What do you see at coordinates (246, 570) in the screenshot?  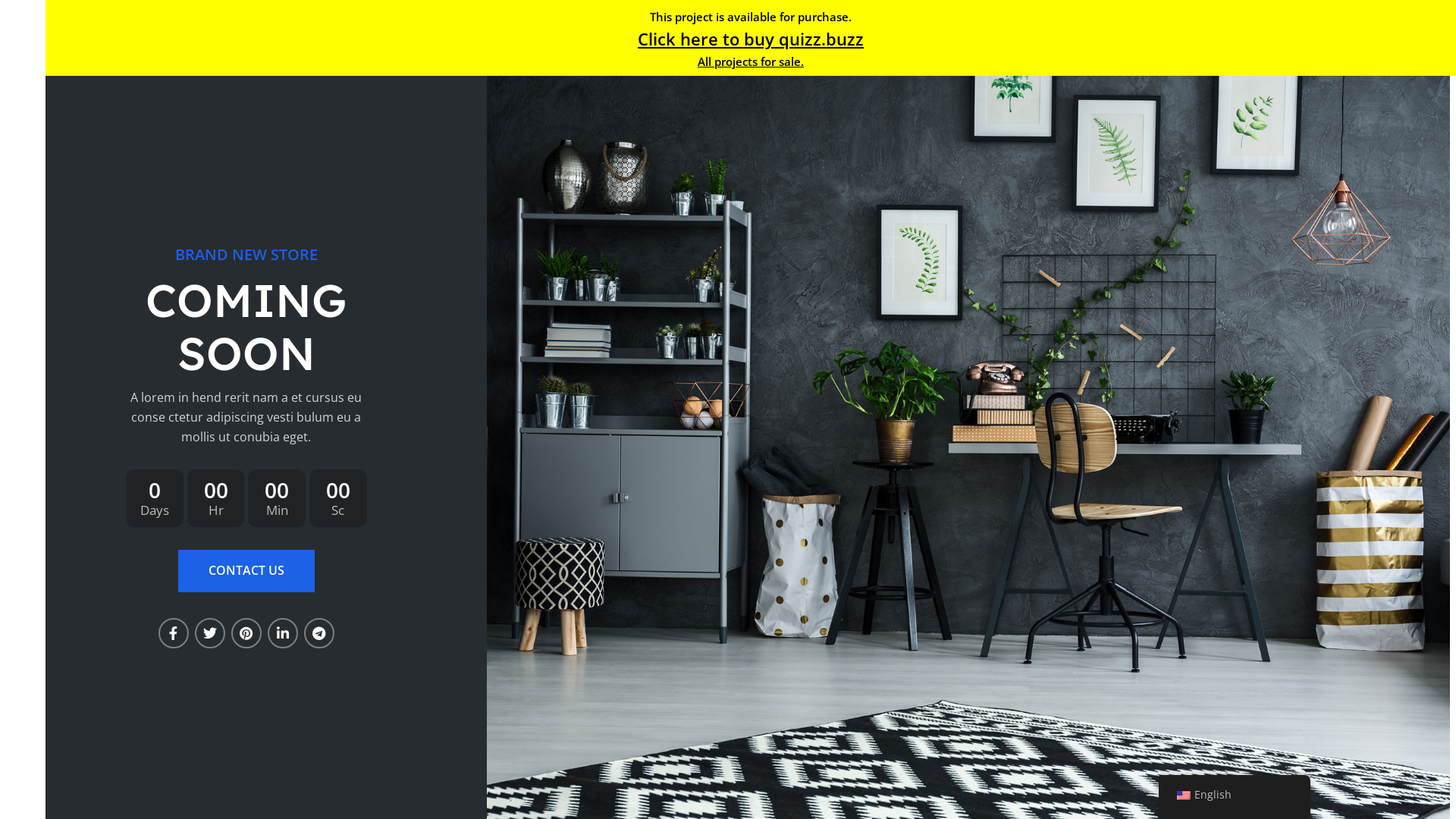 I see `'CONTACT US'` at bounding box center [246, 570].